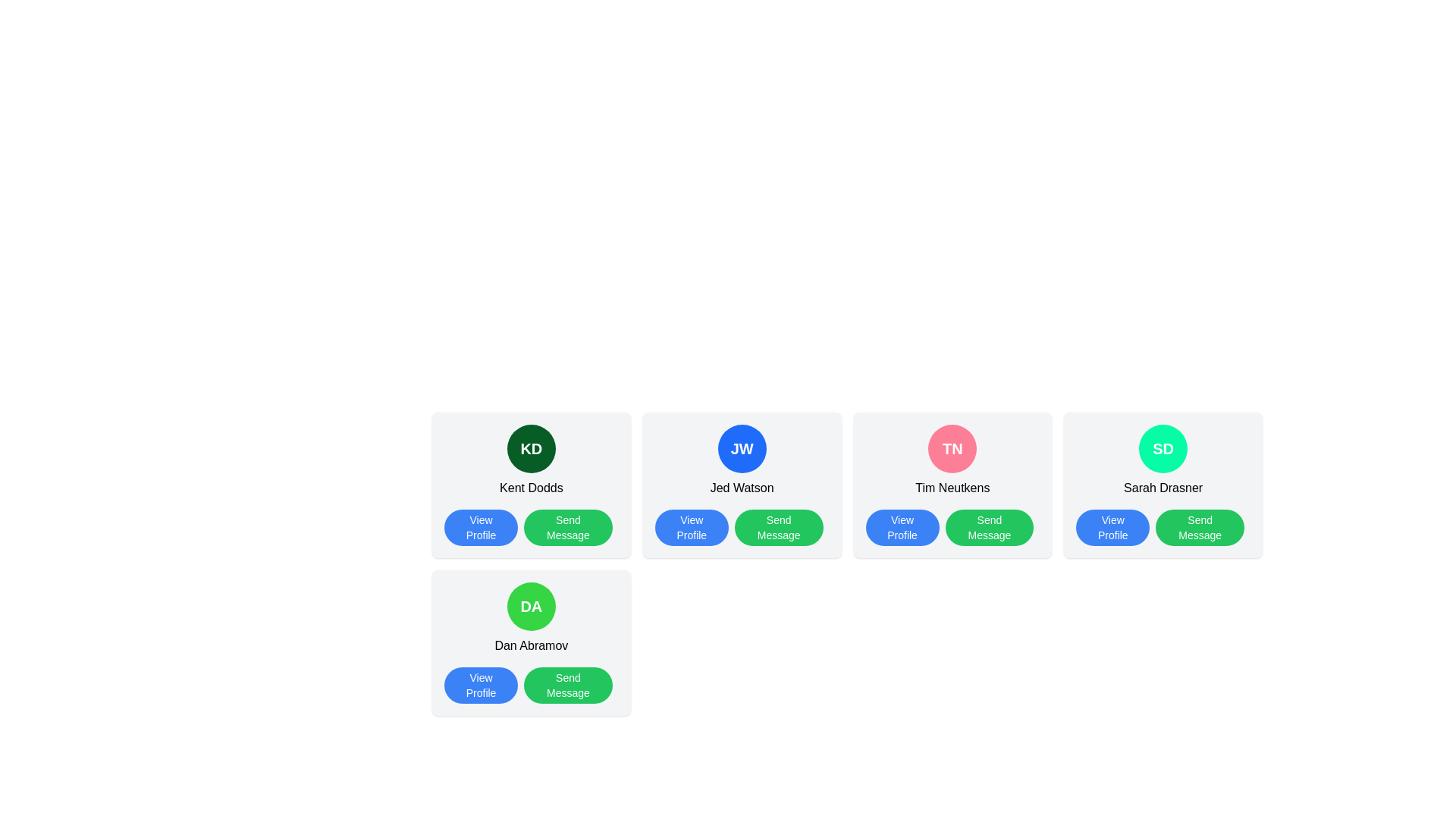 The width and height of the screenshot is (1456, 819). I want to click on the circular avatar displaying the letters 'JW', so click(742, 447).